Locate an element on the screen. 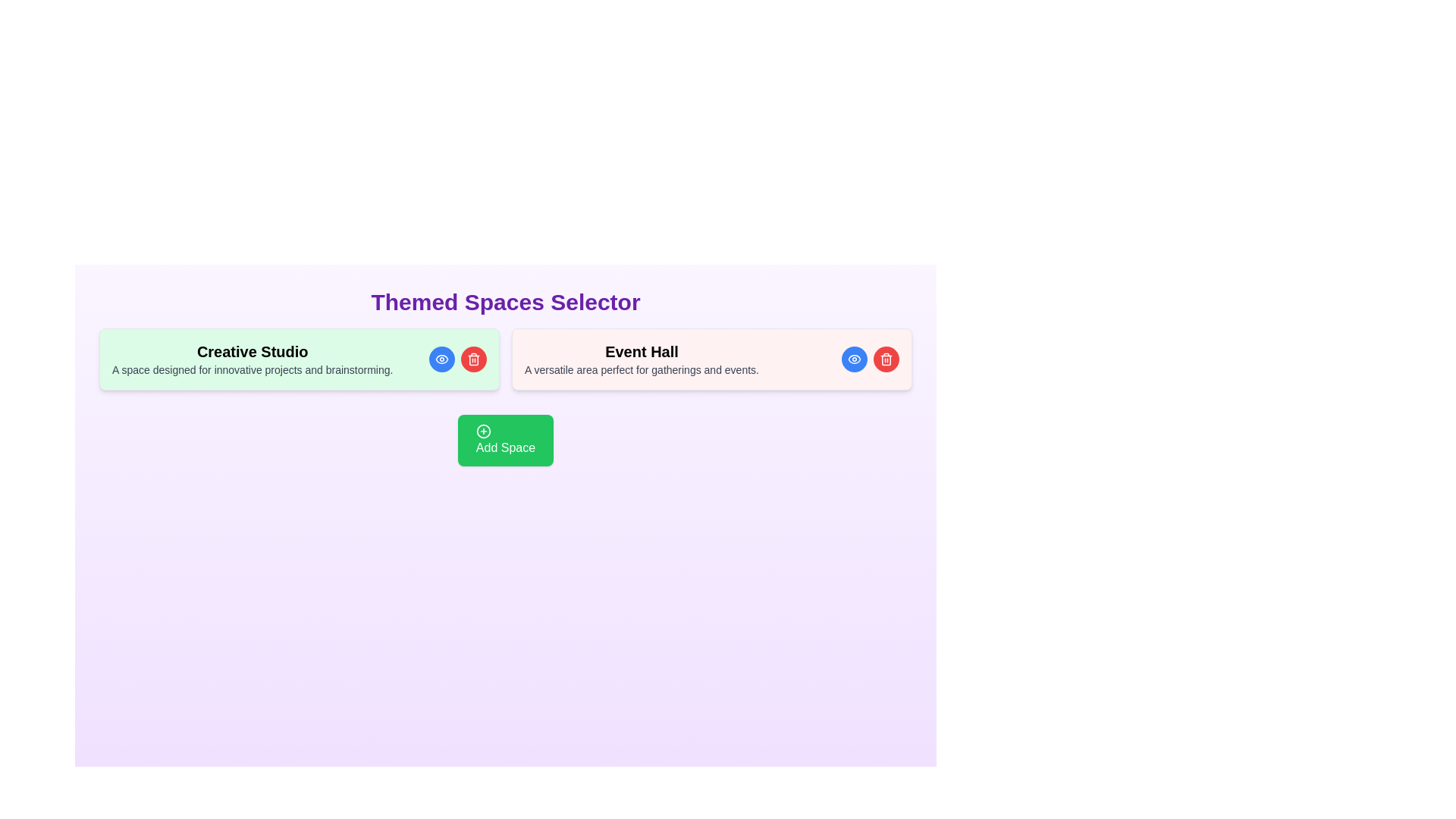  keyboard navigation is located at coordinates (506, 441).